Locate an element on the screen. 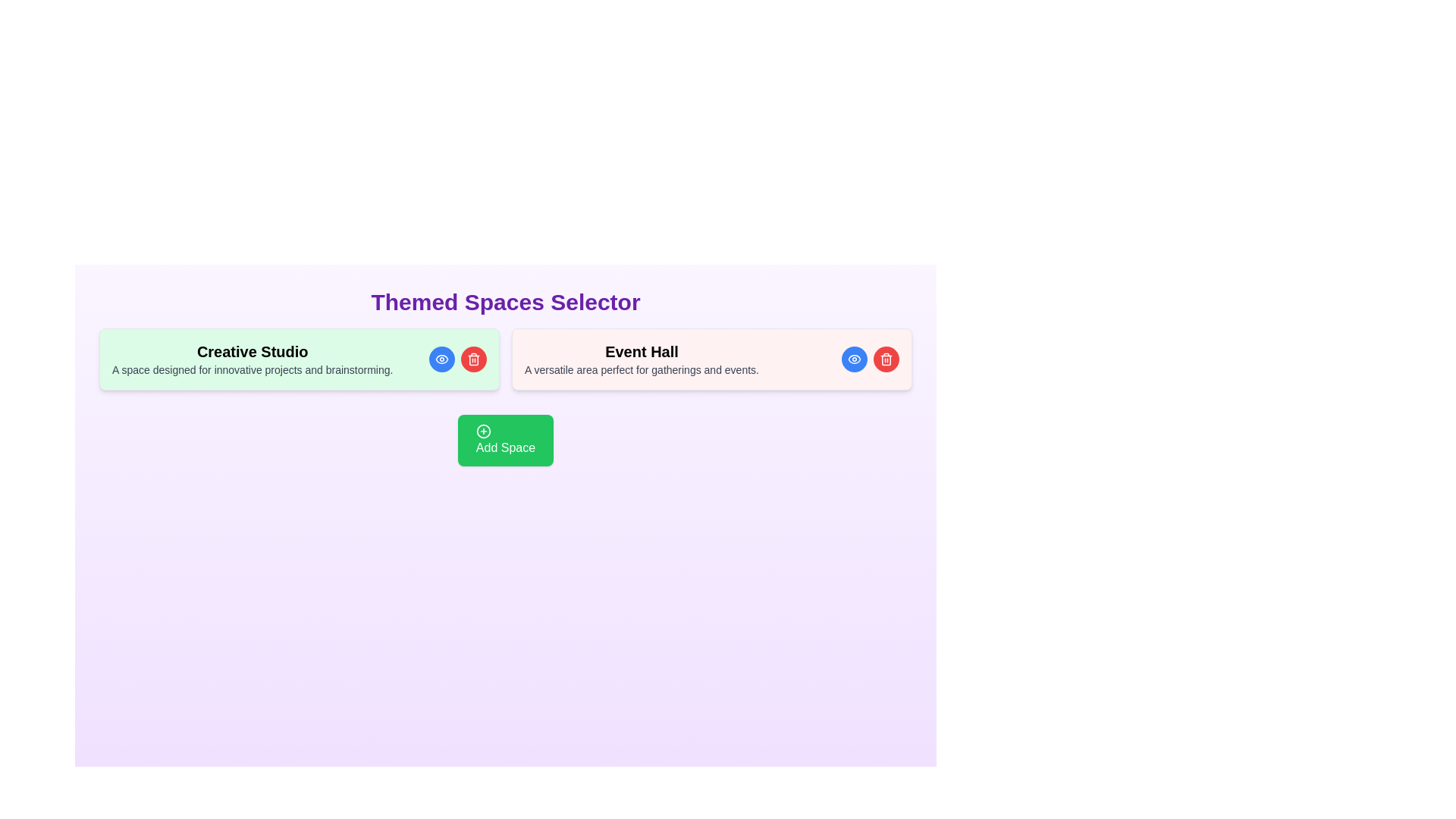  keyboard navigation is located at coordinates (506, 441).